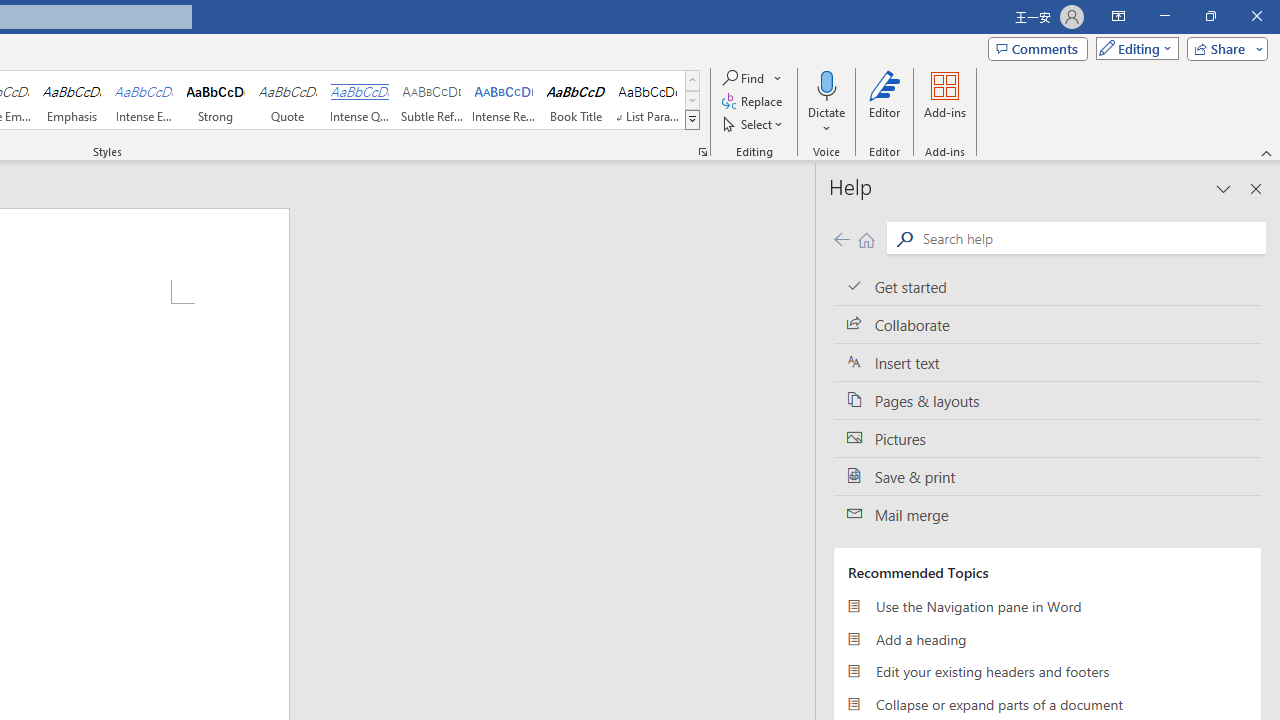 This screenshot has height=720, width=1280. I want to click on 'Close pane', so click(1255, 189).